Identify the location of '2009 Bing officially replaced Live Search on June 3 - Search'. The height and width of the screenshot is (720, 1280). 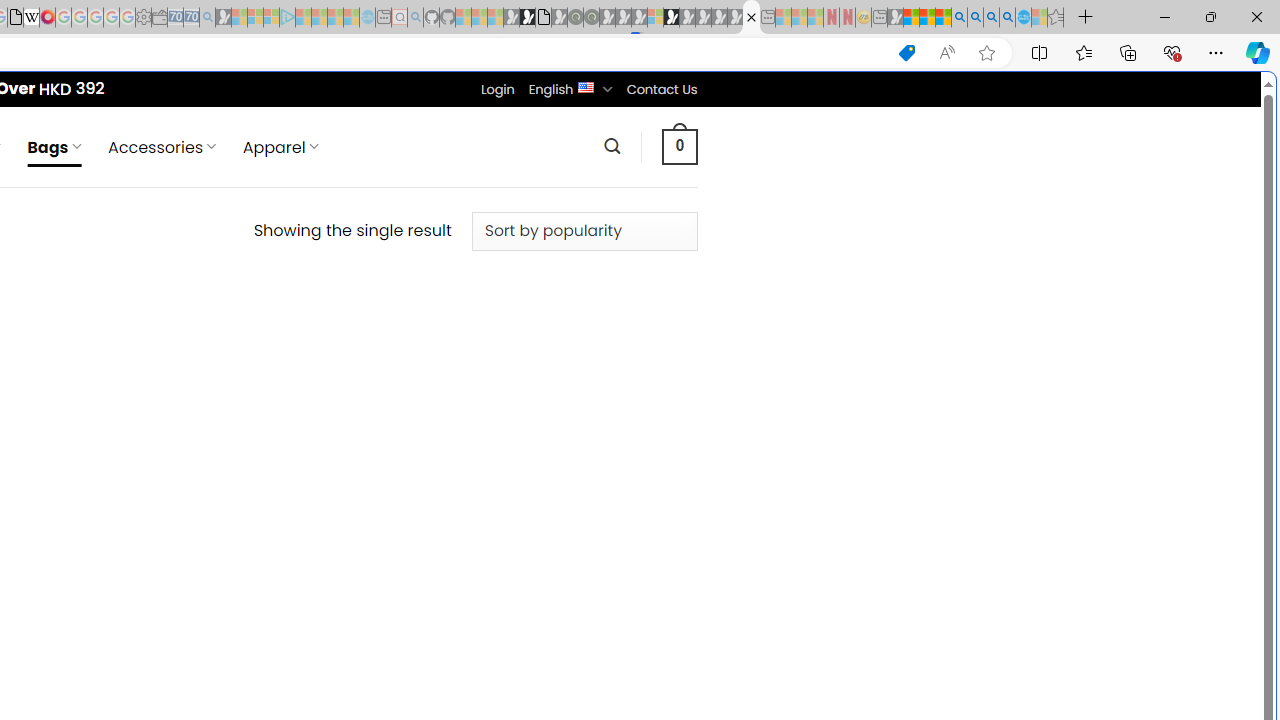
(975, 17).